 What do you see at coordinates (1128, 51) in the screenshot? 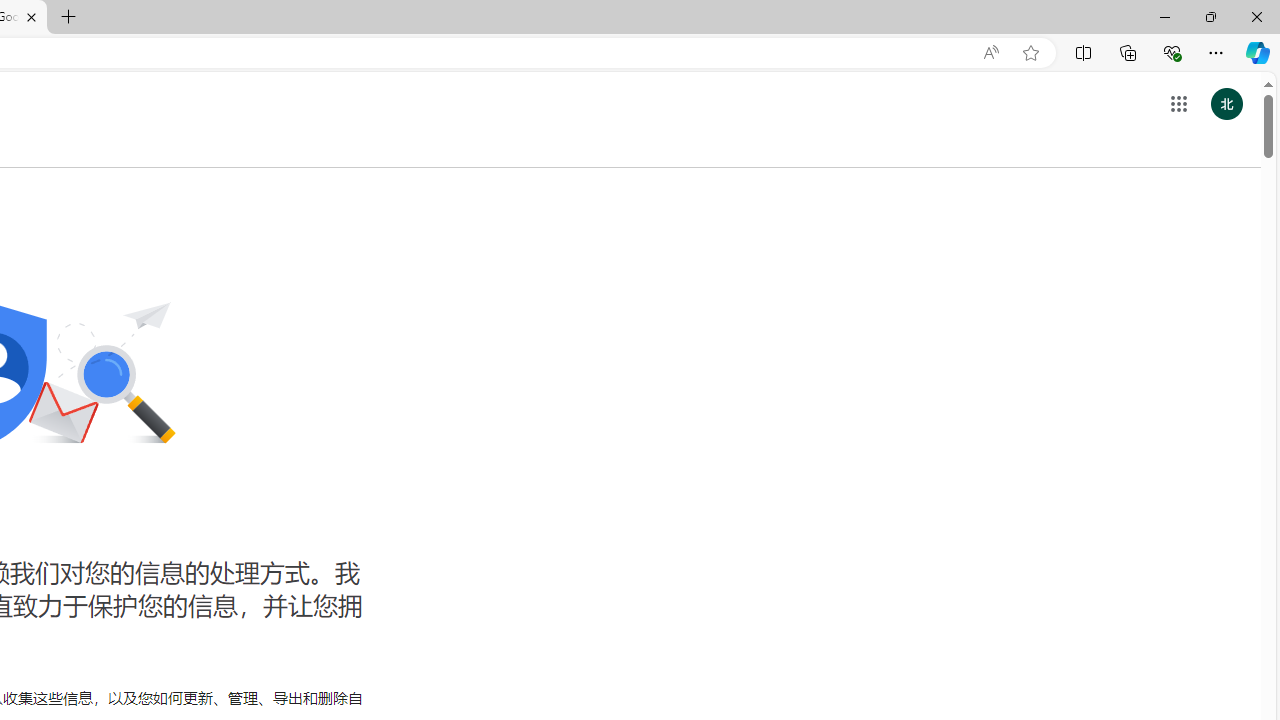
I see `'Collections'` at bounding box center [1128, 51].